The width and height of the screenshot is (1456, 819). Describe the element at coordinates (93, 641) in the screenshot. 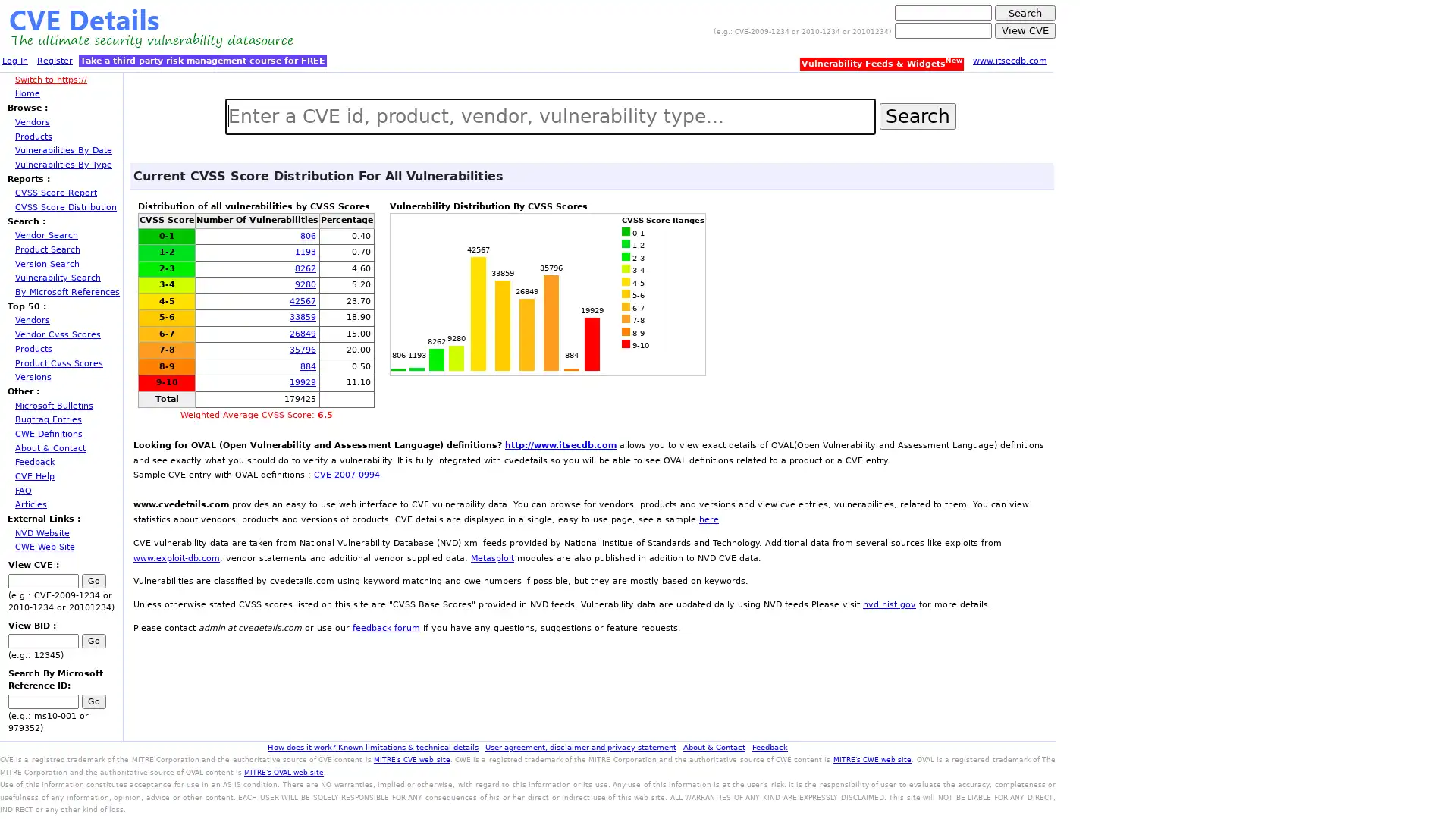

I see `Go` at that location.